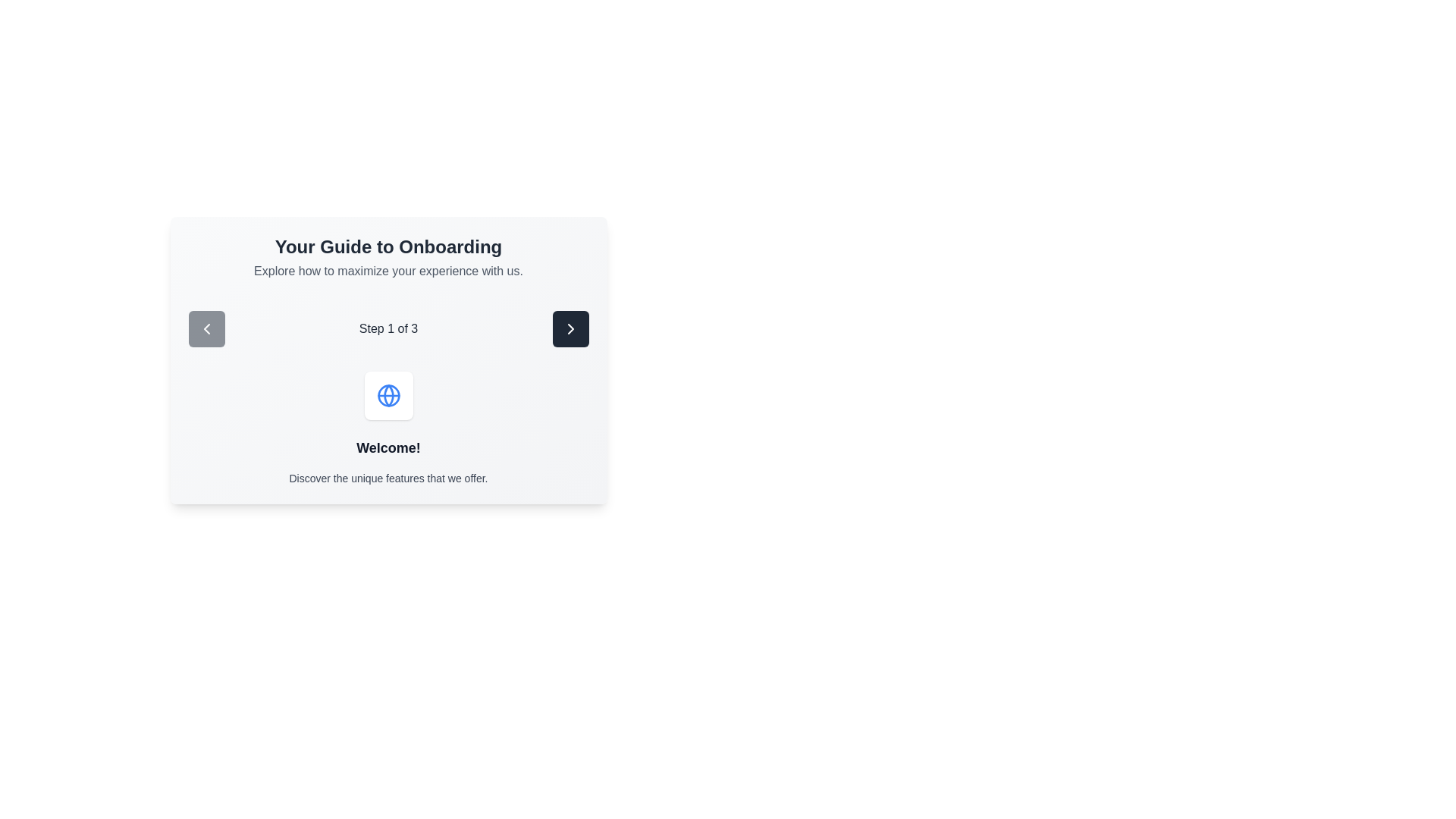 Image resolution: width=1456 pixels, height=819 pixels. What do you see at coordinates (388, 271) in the screenshot?
I see `the text element that reads 'Explore how to maximize your experience with us.', which is displayed in a smaller, gray font directly below the bold title 'Your Guide to Onboarding'` at bounding box center [388, 271].